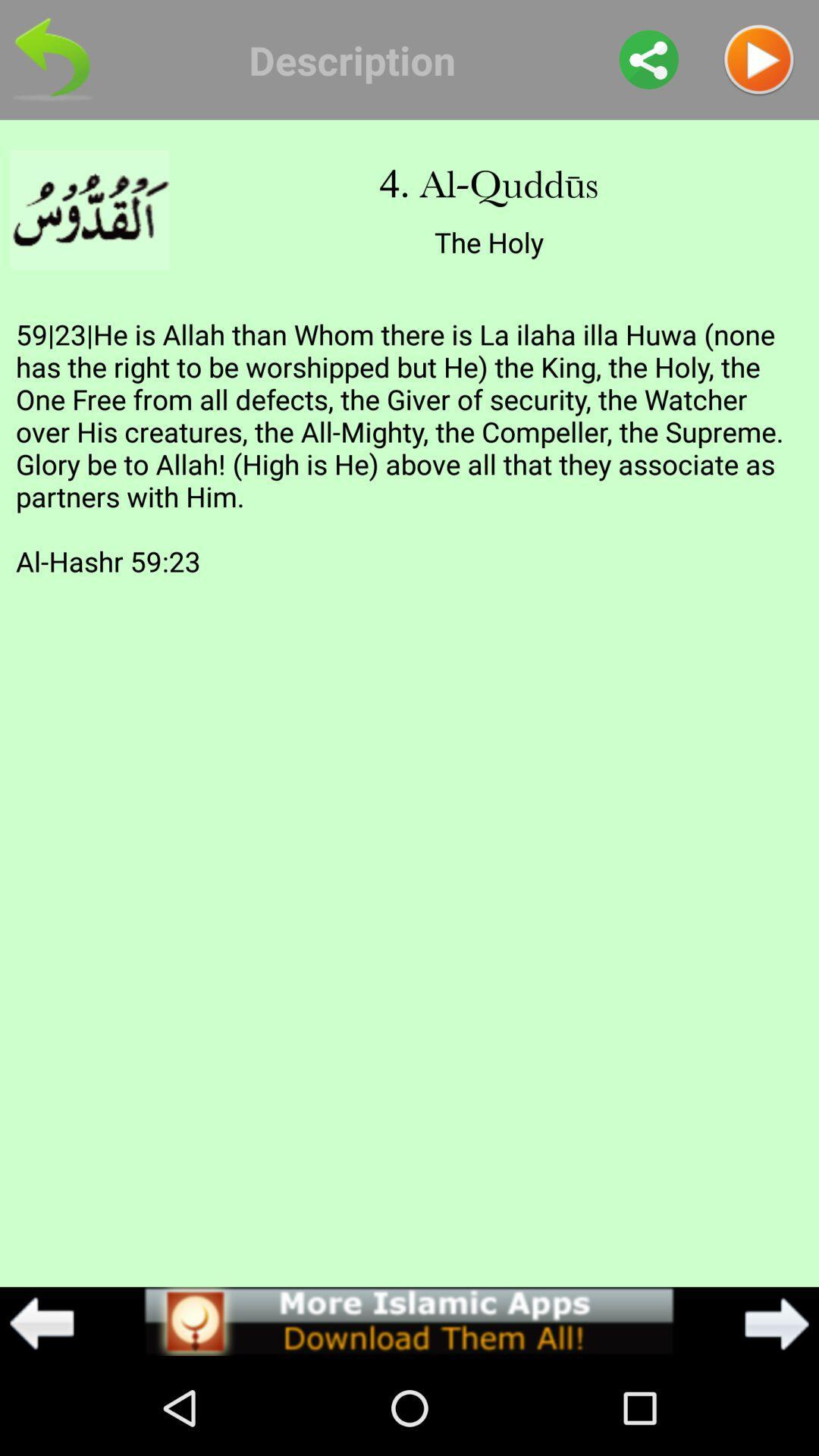 This screenshot has height=1456, width=819. Describe the element at coordinates (408, 1320) in the screenshot. I see `the icon at the bottom` at that location.